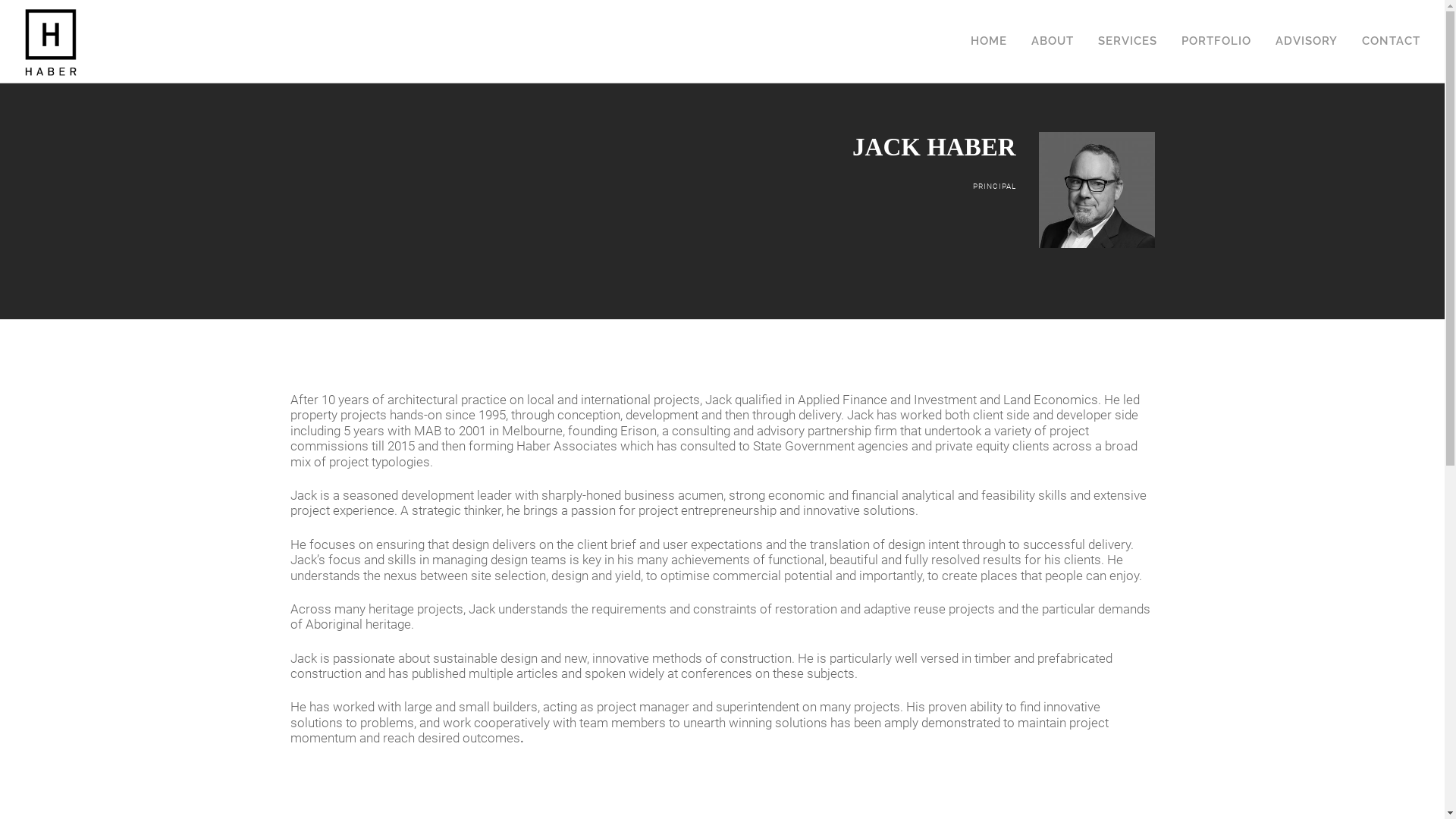 Image resolution: width=1456 pixels, height=819 pixels. Describe the element at coordinates (1051, 20) in the screenshot. I see `'ABOUT'` at that location.